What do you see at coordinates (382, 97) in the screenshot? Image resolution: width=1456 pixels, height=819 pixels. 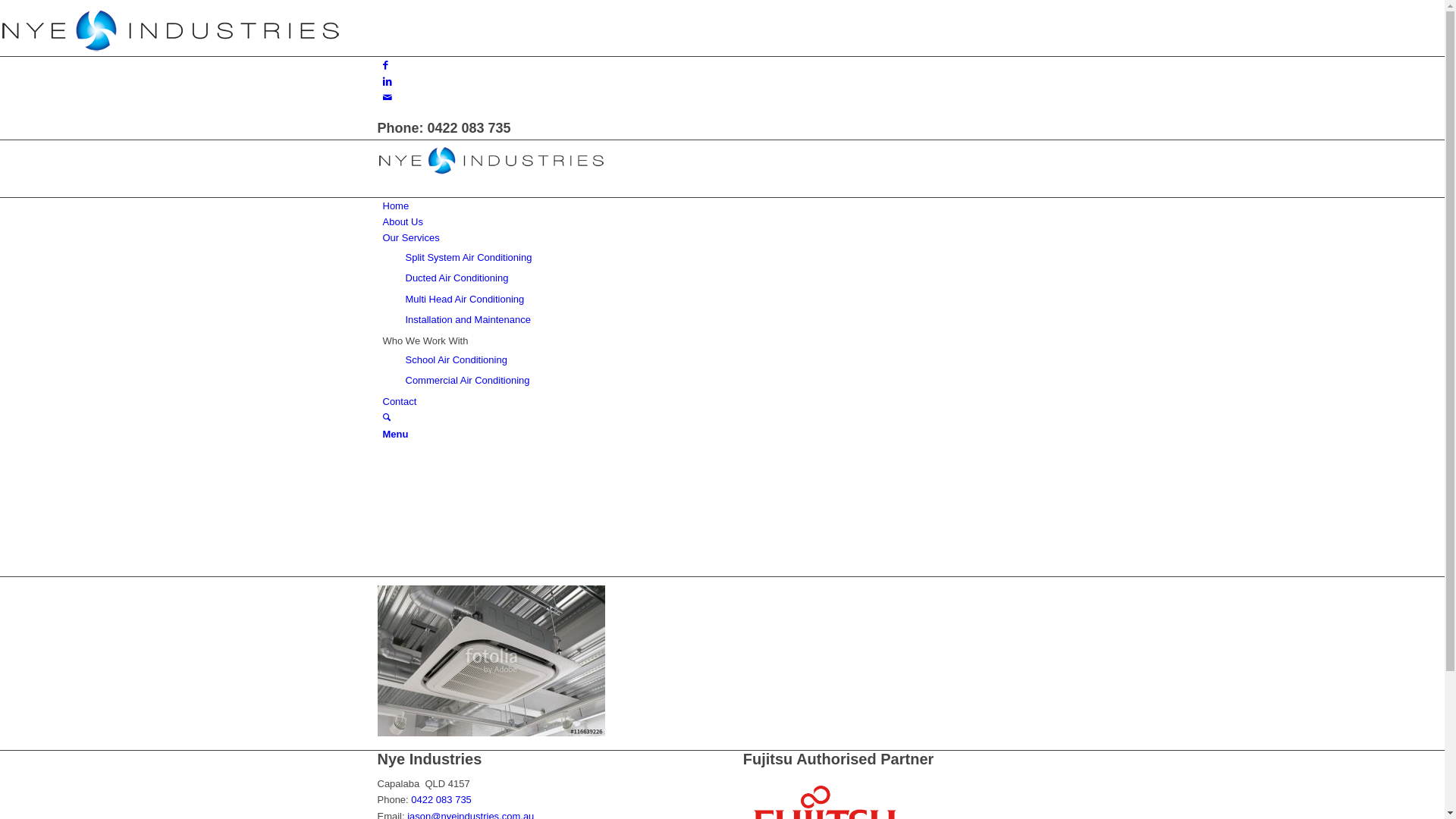 I see `'Mail'` at bounding box center [382, 97].